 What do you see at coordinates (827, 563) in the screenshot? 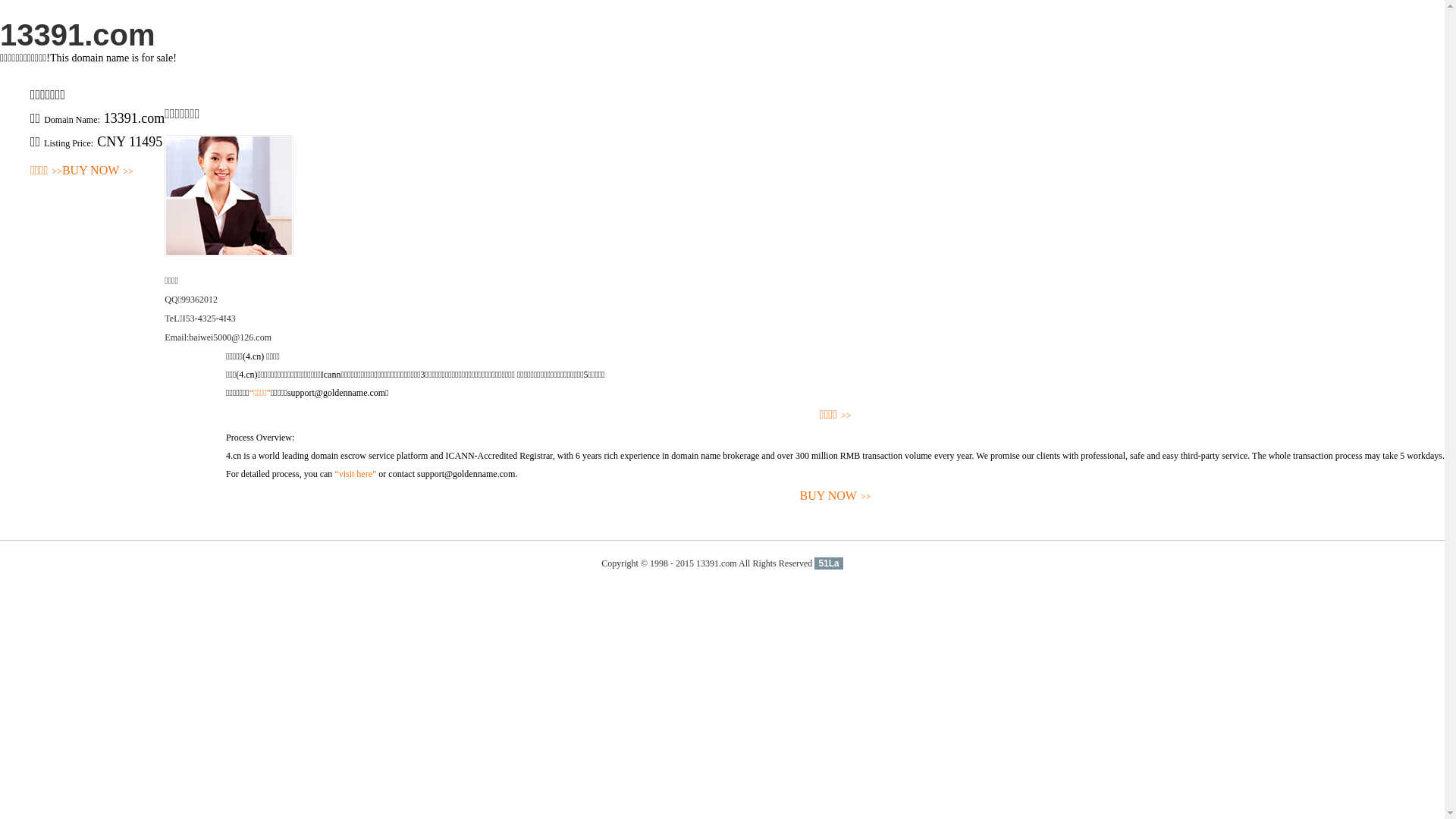
I see `'51La'` at bounding box center [827, 563].